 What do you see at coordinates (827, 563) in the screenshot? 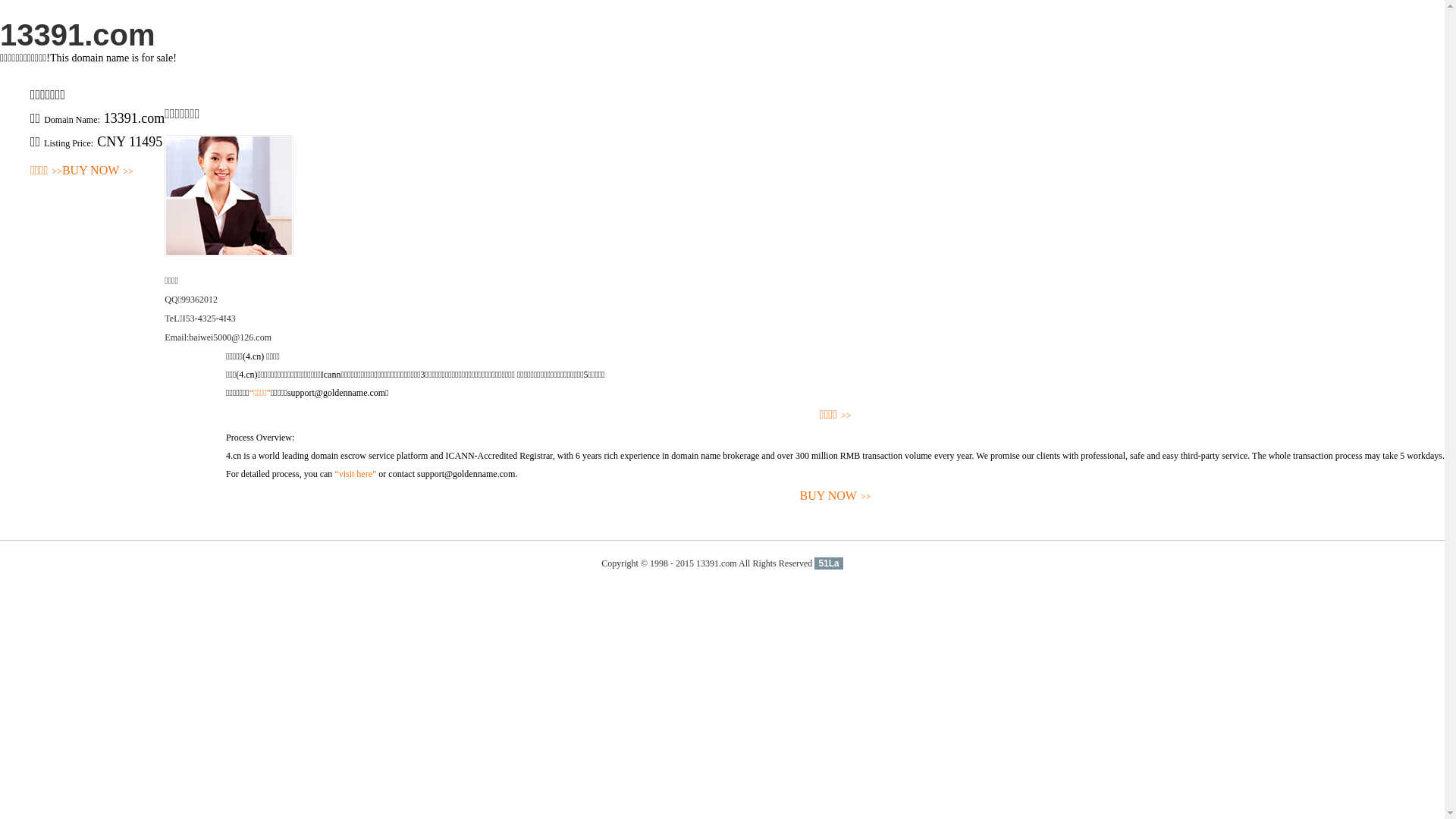
I see `'51La'` at bounding box center [827, 563].